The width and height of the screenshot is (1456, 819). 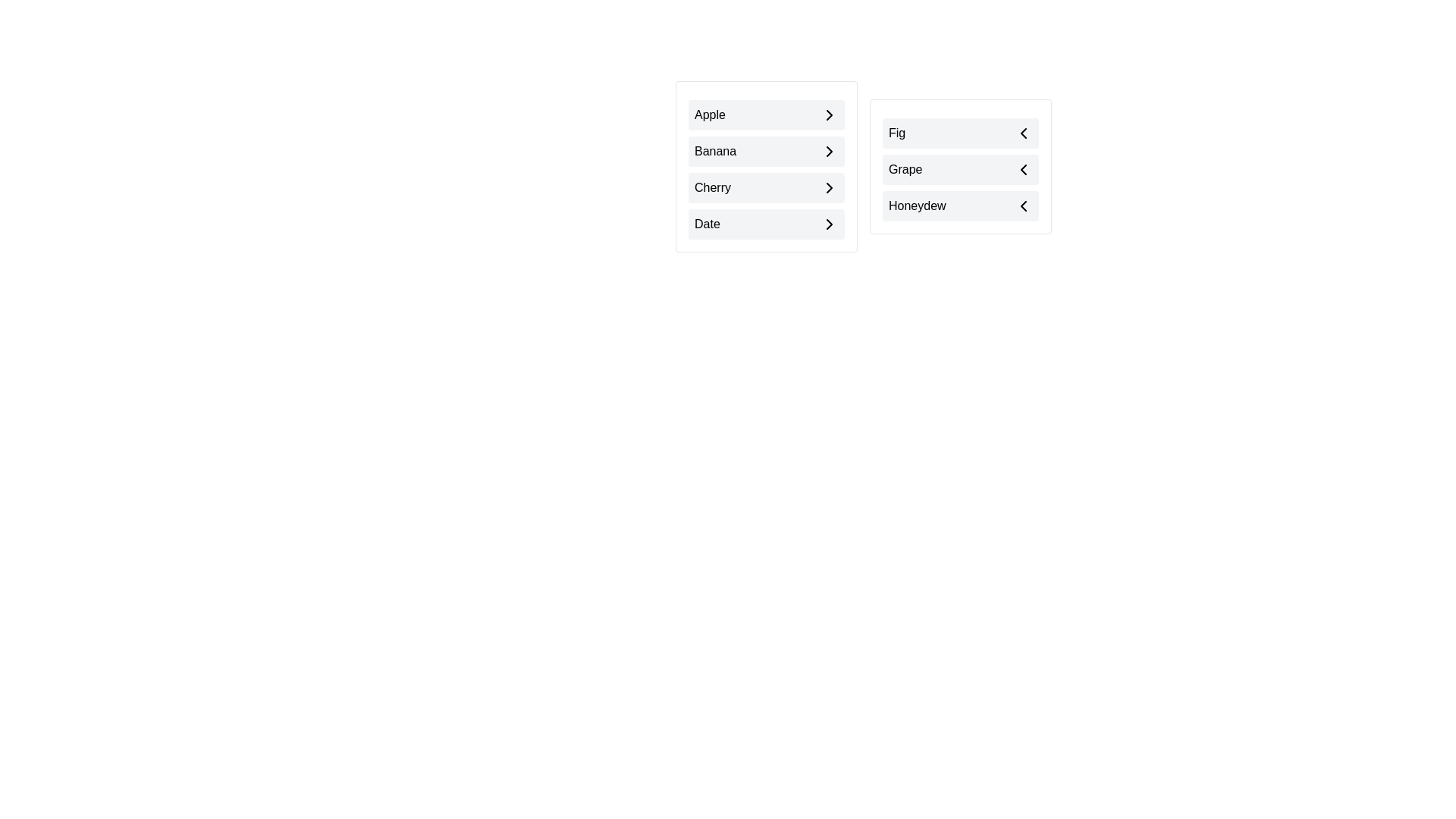 What do you see at coordinates (960, 169) in the screenshot?
I see `the item Grape in the list` at bounding box center [960, 169].